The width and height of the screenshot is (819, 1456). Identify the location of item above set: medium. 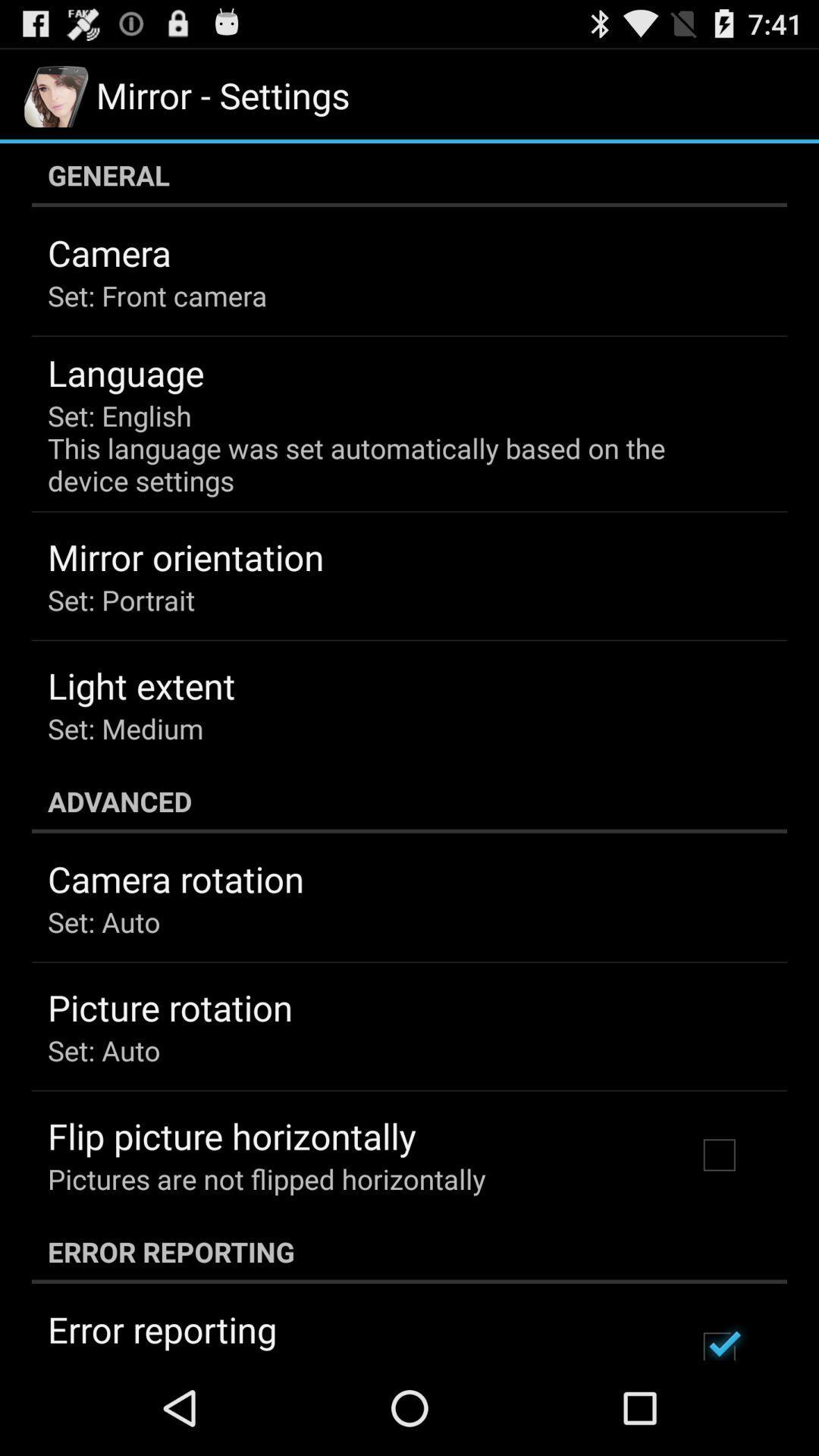
(141, 685).